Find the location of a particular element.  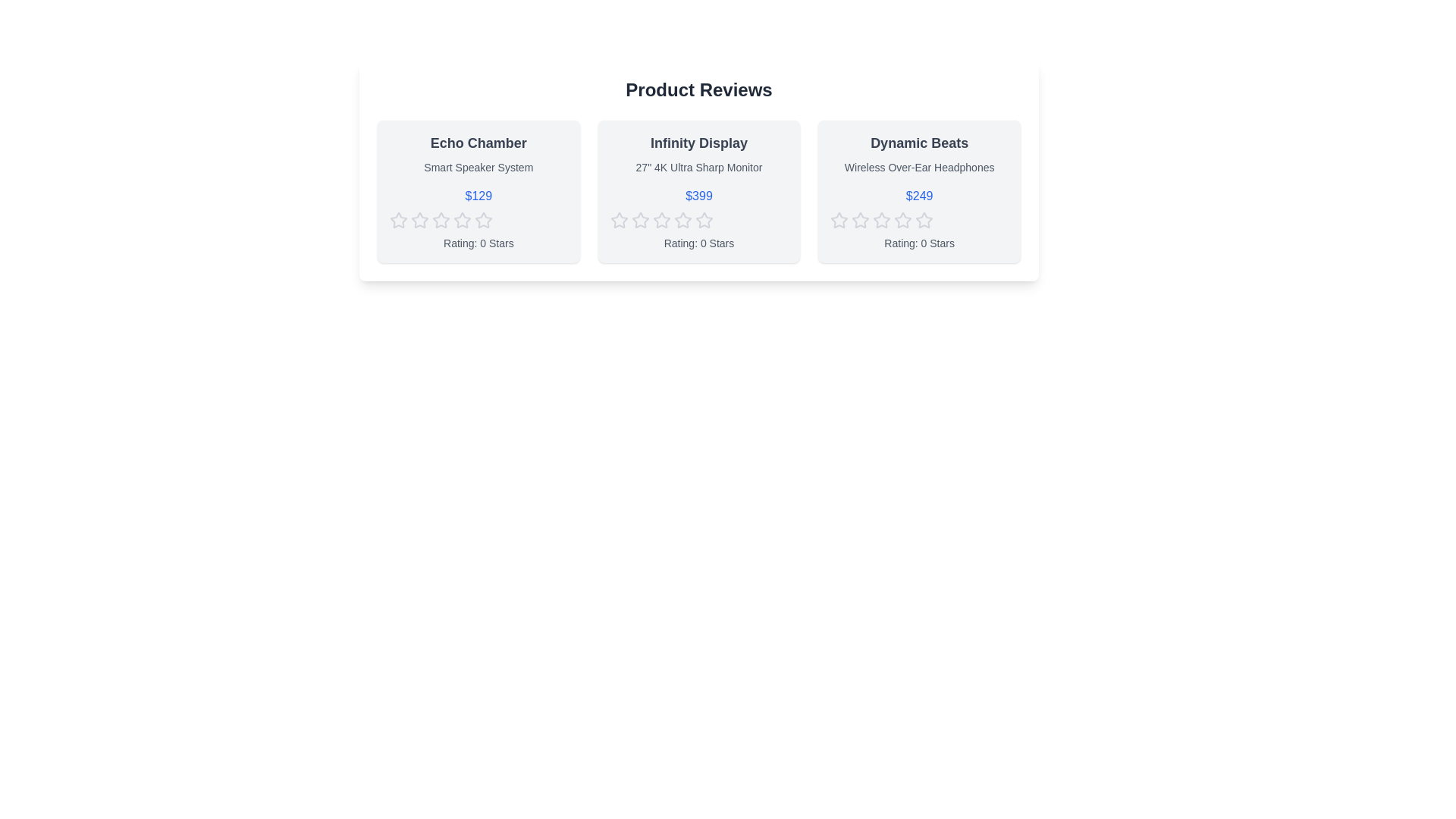

price displayed in the middle card of the product reviews section, which is located beneath the 'Infinity Display' title and above the star rating row is located at coordinates (698, 195).